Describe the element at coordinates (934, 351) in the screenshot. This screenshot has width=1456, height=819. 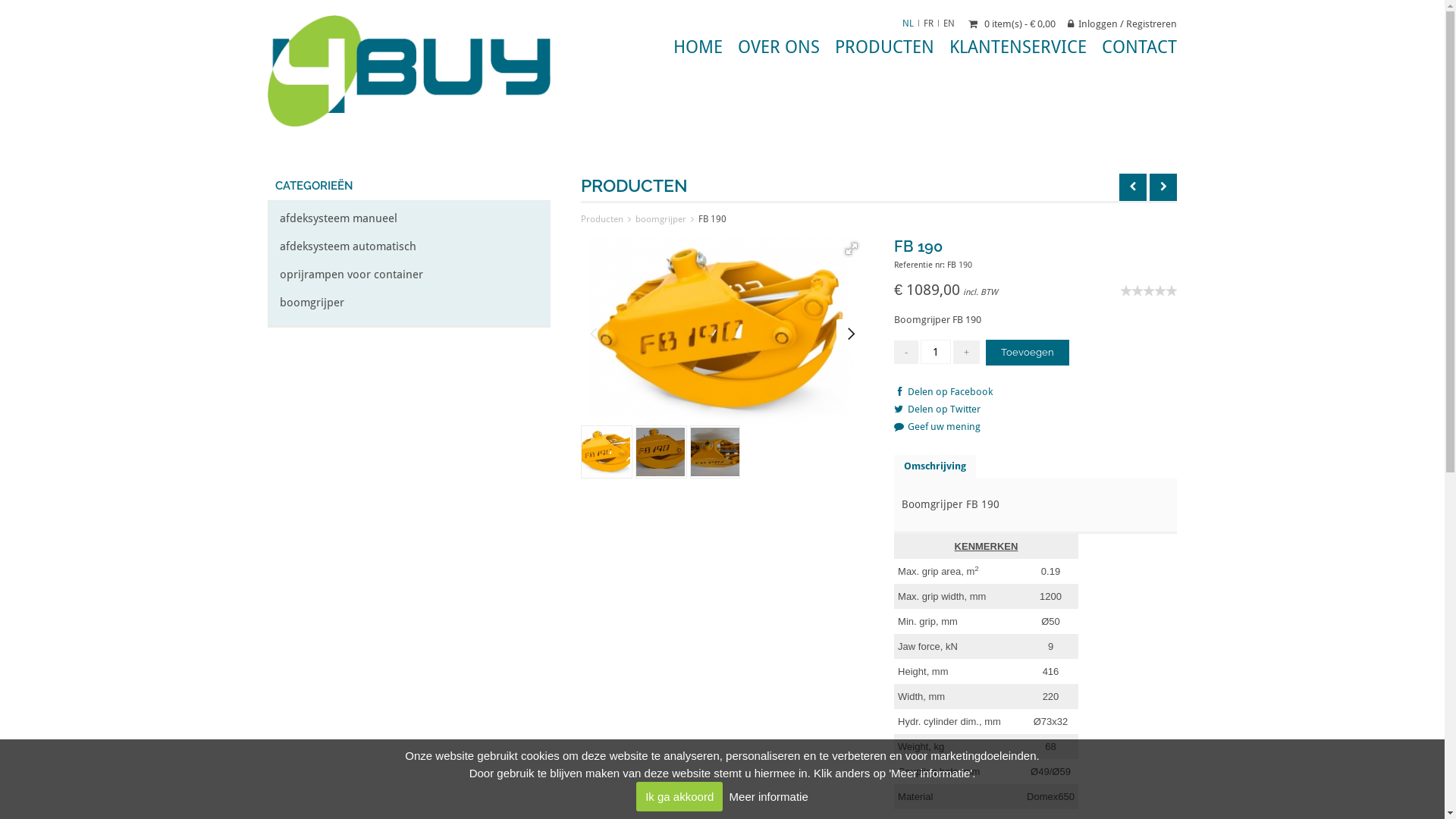
I see `'Qty'` at that location.